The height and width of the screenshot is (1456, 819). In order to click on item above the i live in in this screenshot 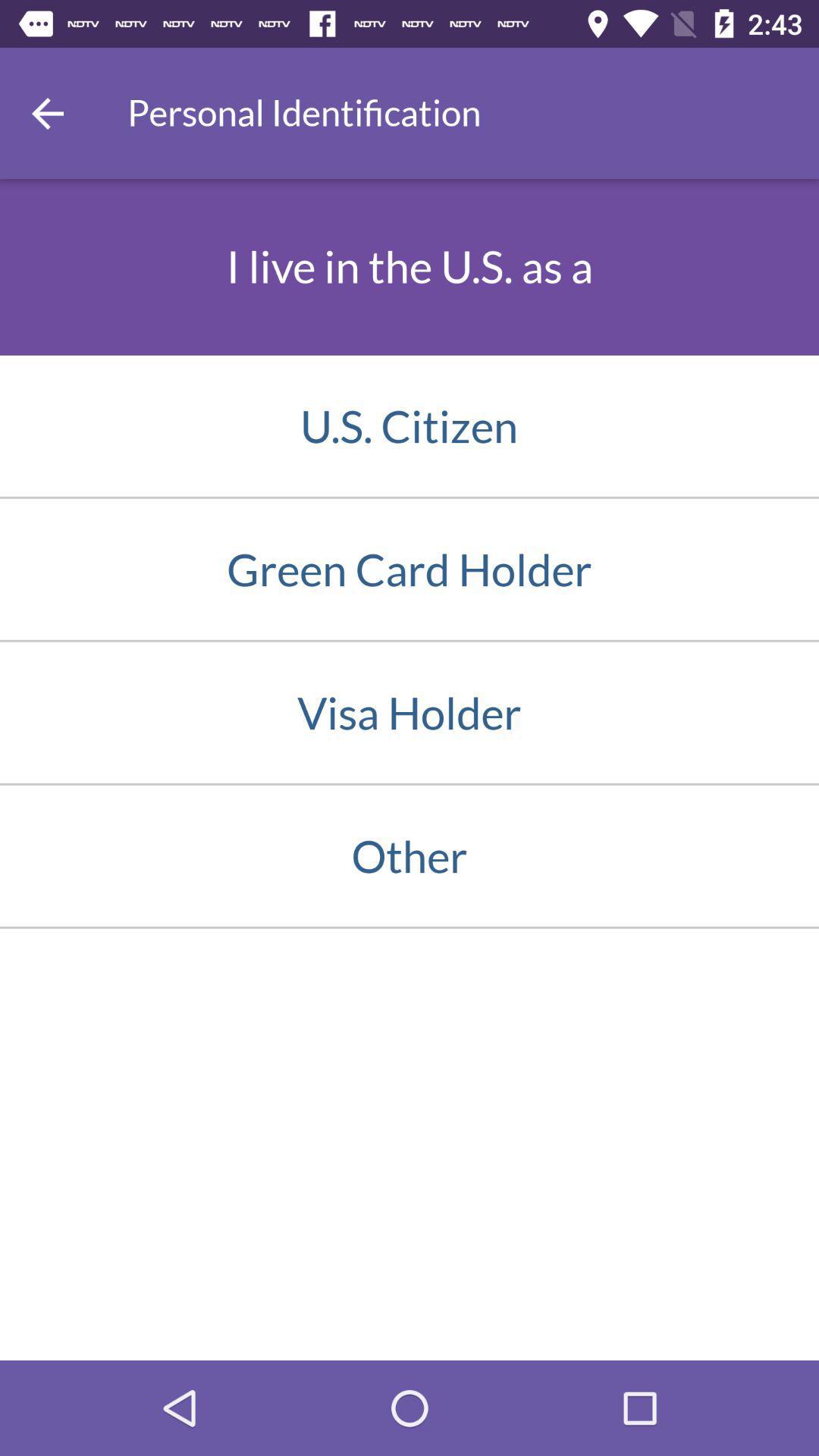, I will do `click(46, 112)`.